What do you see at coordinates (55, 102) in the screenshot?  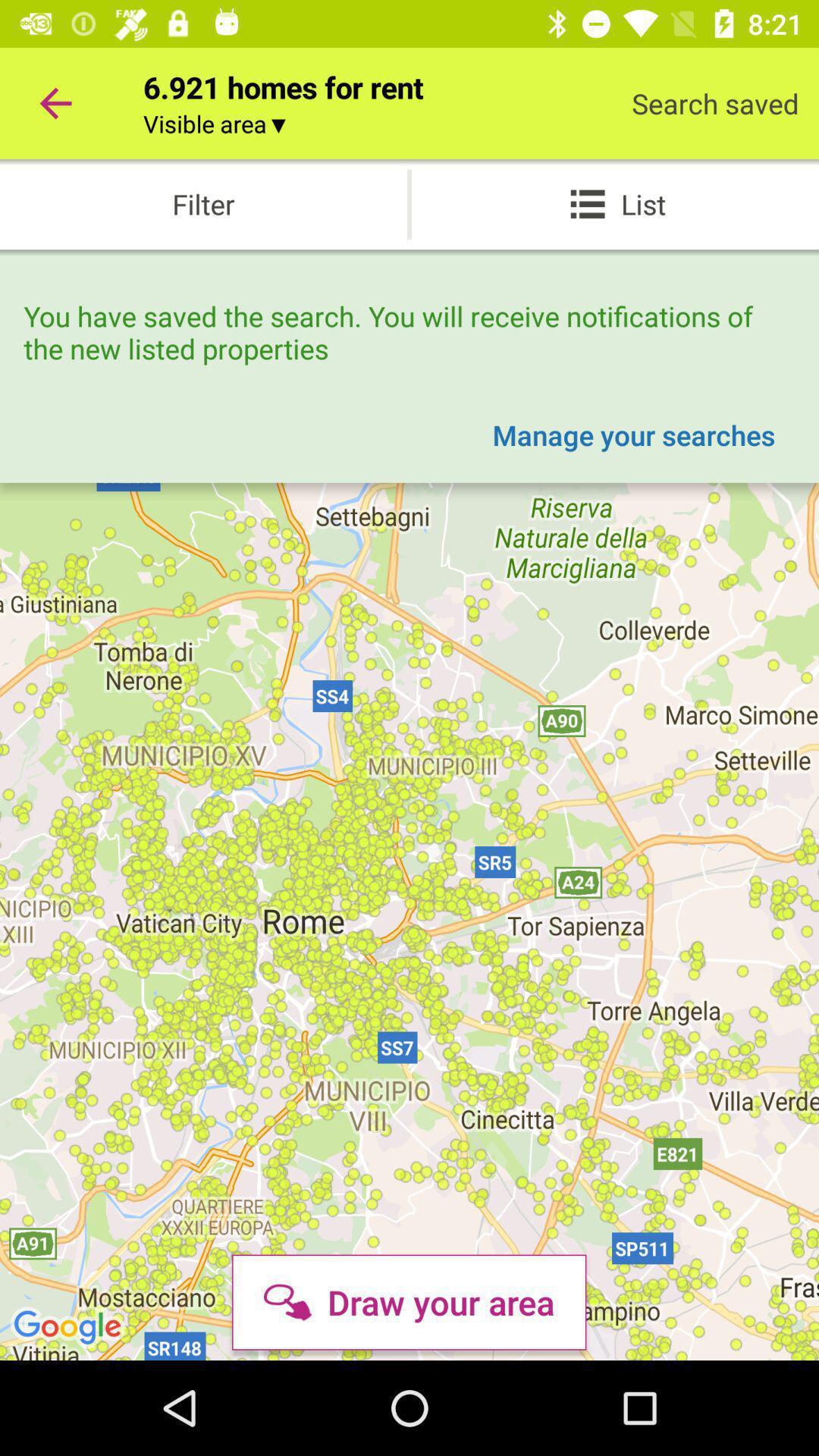 I see `icon next to the 6 921 homes item` at bounding box center [55, 102].